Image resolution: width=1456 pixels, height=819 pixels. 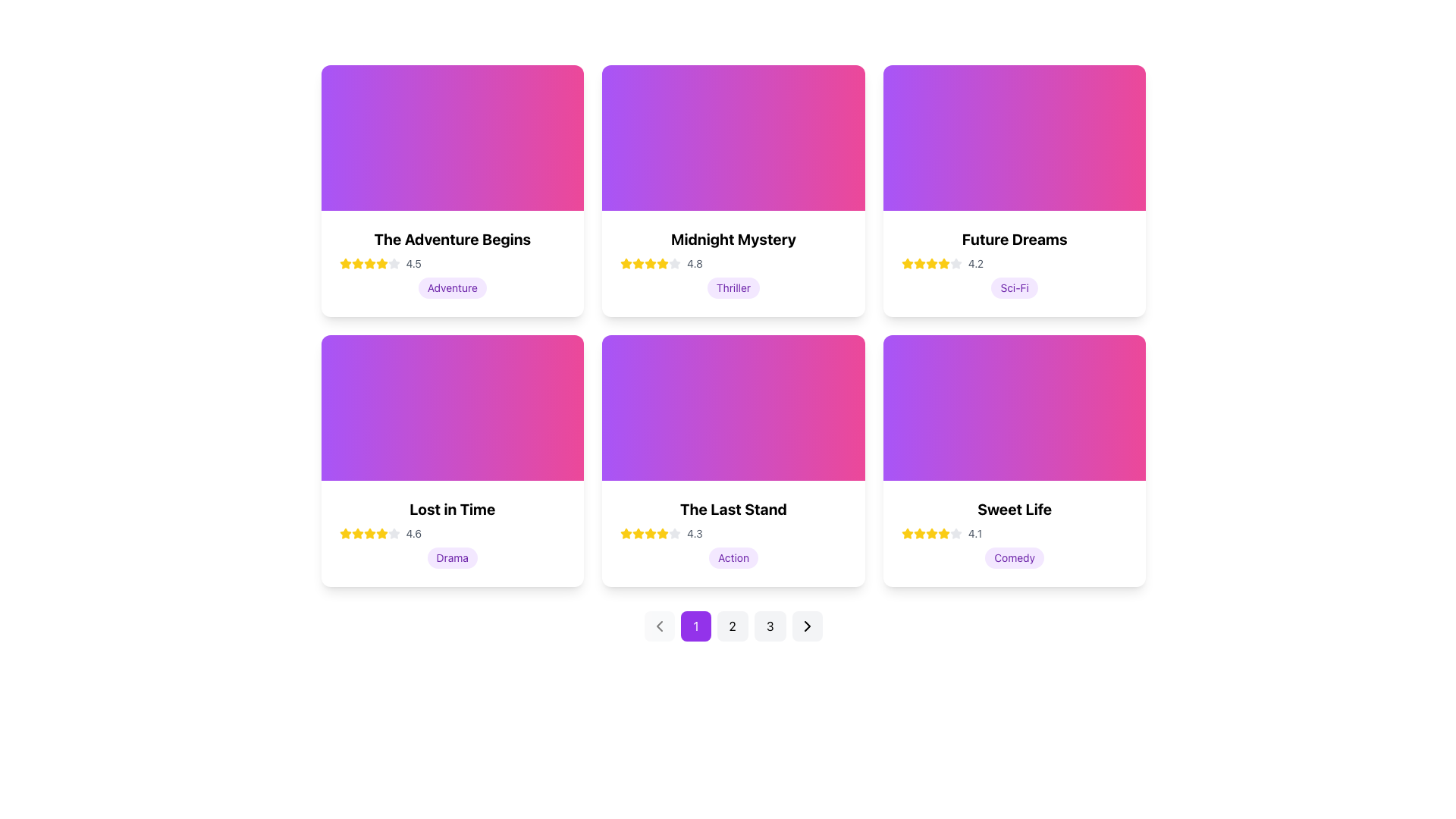 I want to click on the third star in the rating system below the card titled 'Future Dreams' to interact with the rating system, so click(x=955, y=262).